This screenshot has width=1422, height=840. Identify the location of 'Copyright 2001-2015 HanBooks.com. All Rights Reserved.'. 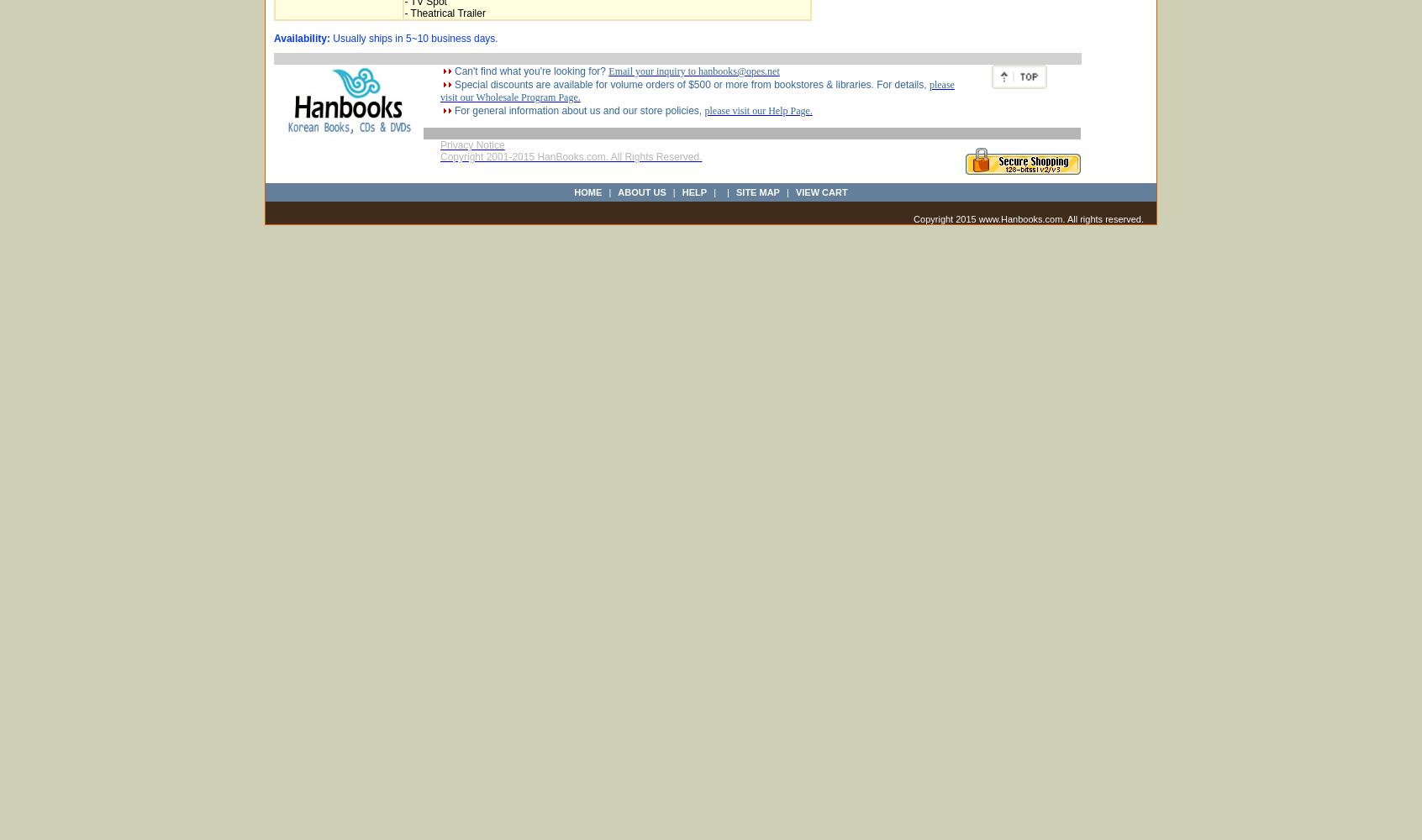
(571, 157).